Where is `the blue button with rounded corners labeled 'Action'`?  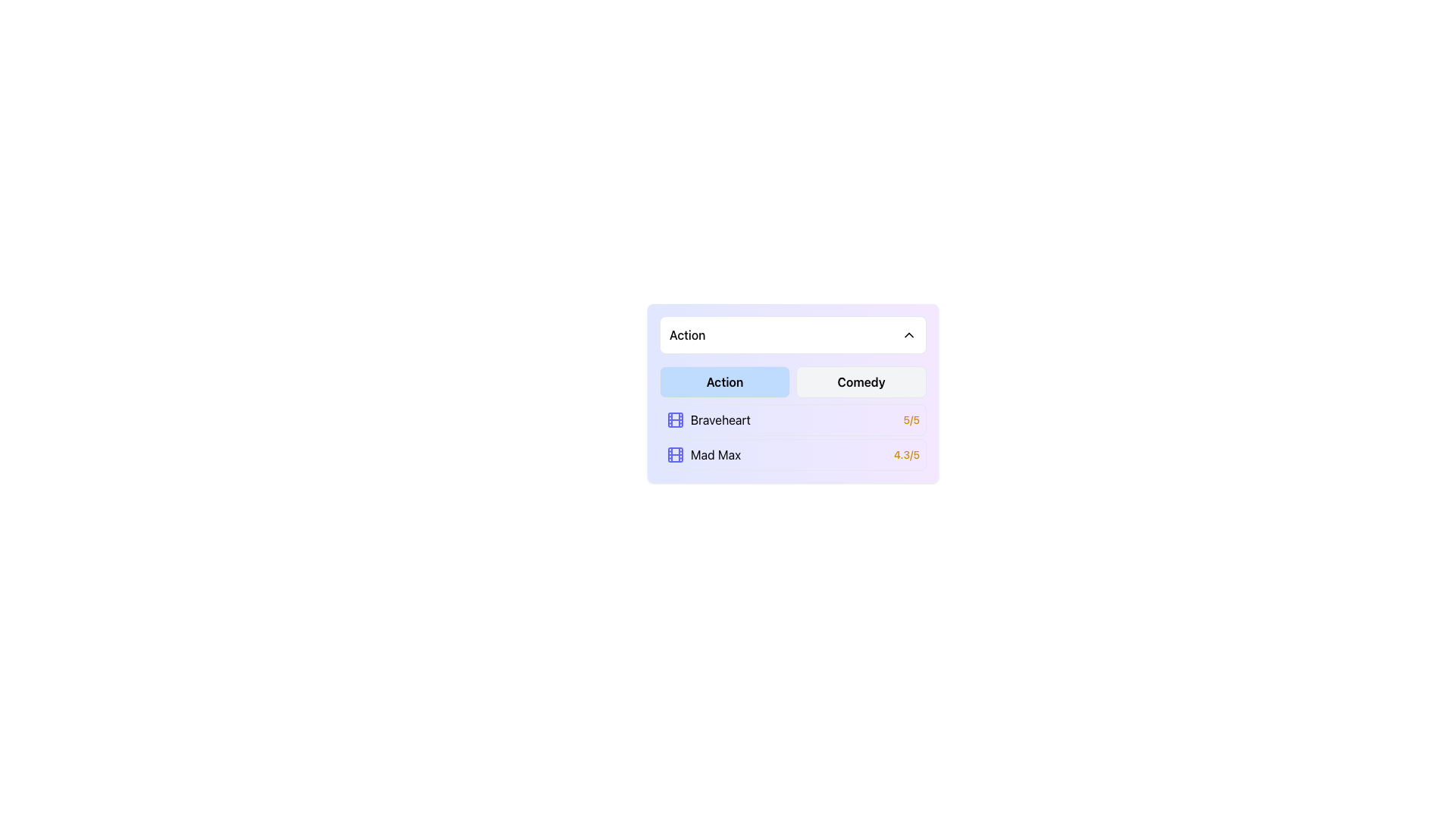
the blue button with rounded corners labeled 'Action' is located at coordinates (723, 381).